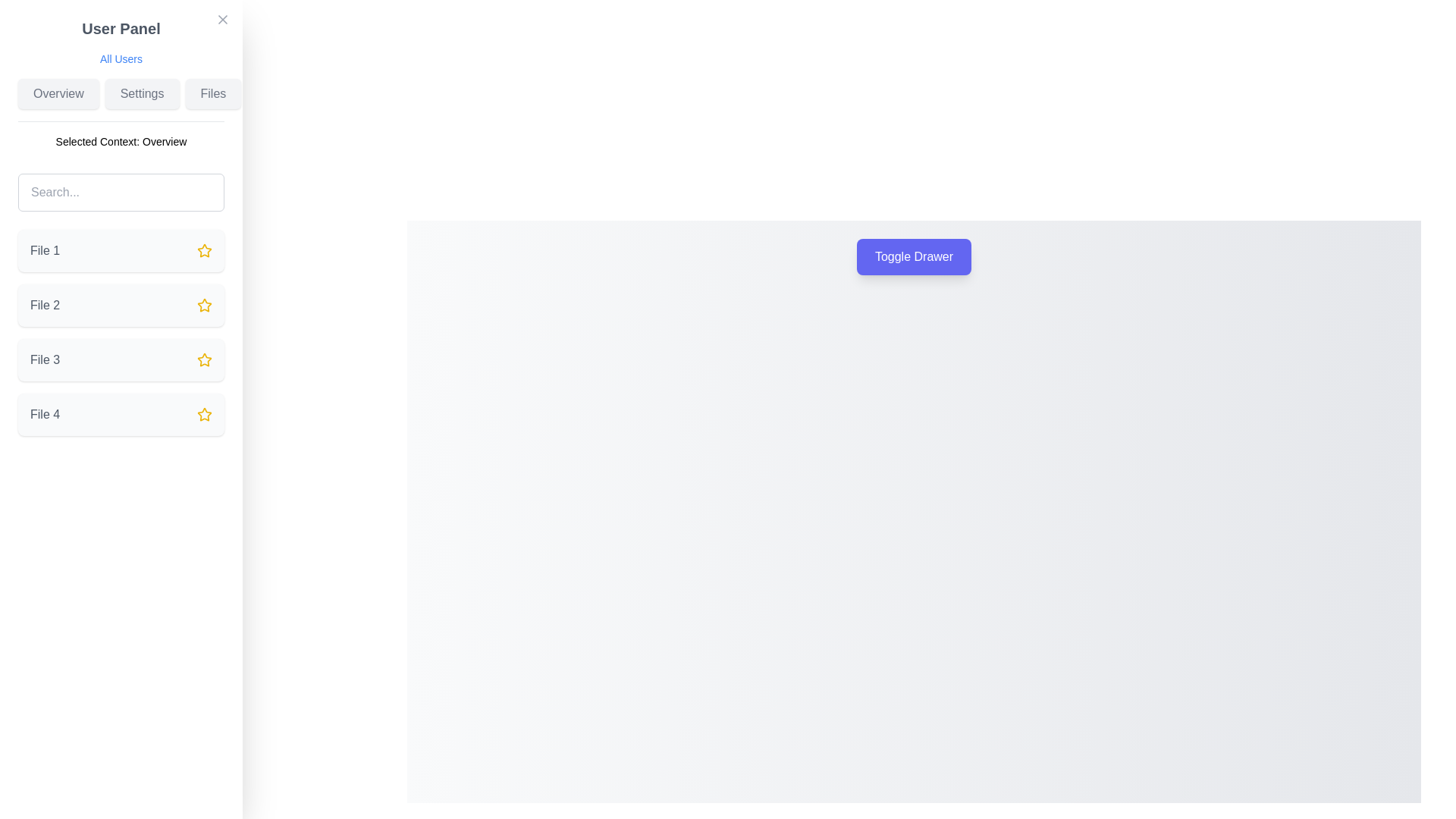 This screenshot has width=1456, height=819. What do you see at coordinates (58, 93) in the screenshot?
I see `the leftmost button labeled 'Overview' in the top row of the left sidebar` at bounding box center [58, 93].